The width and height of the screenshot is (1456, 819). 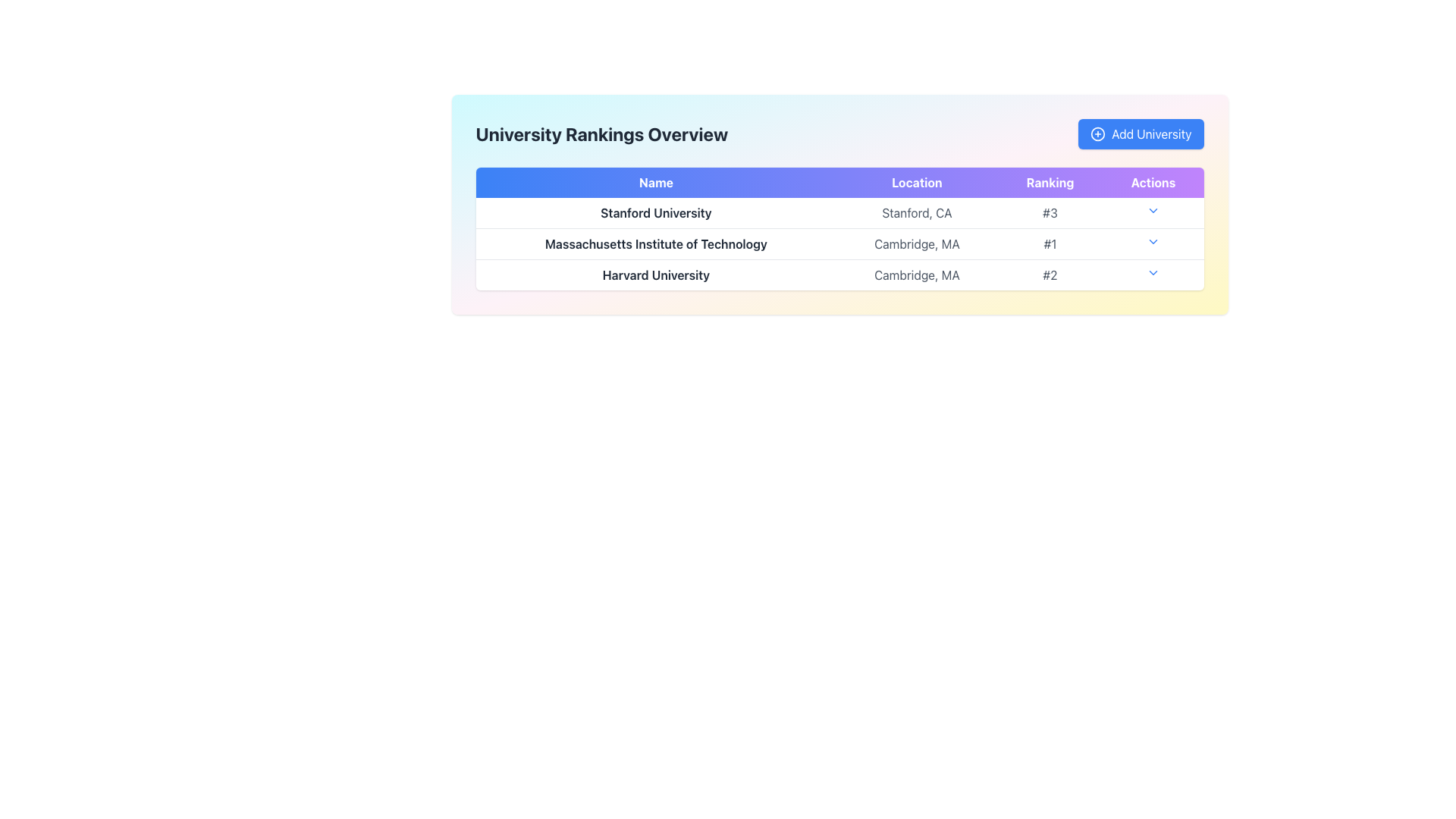 What do you see at coordinates (1153, 271) in the screenshot?
I see `the small blue downward-facing chevron icon located in the 'Actions' column of the table row for 'Harvard University'` at bounding box center [1153, 271].